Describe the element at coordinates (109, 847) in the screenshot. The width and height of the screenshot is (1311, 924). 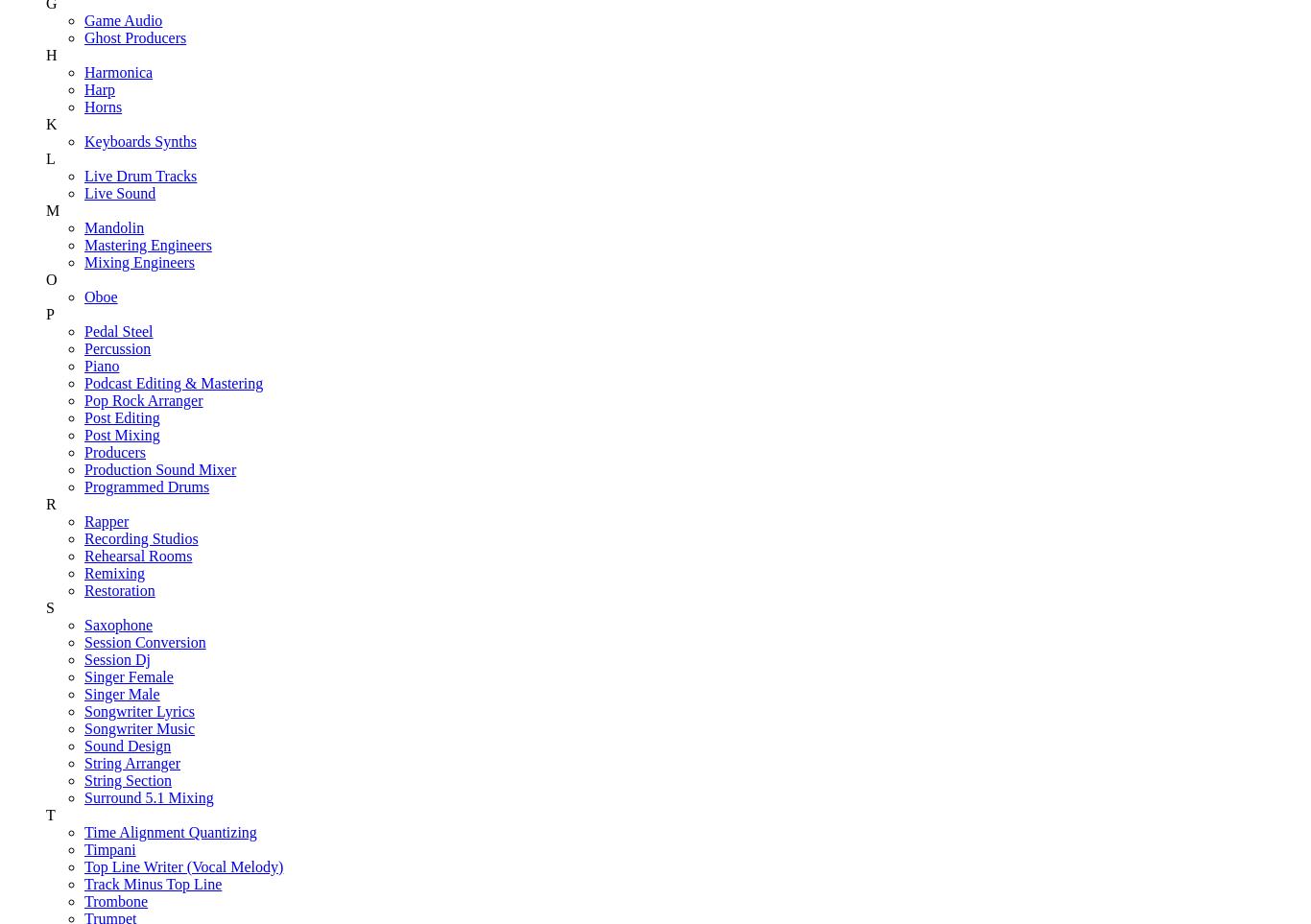
I see `'Timpani'` at that location.